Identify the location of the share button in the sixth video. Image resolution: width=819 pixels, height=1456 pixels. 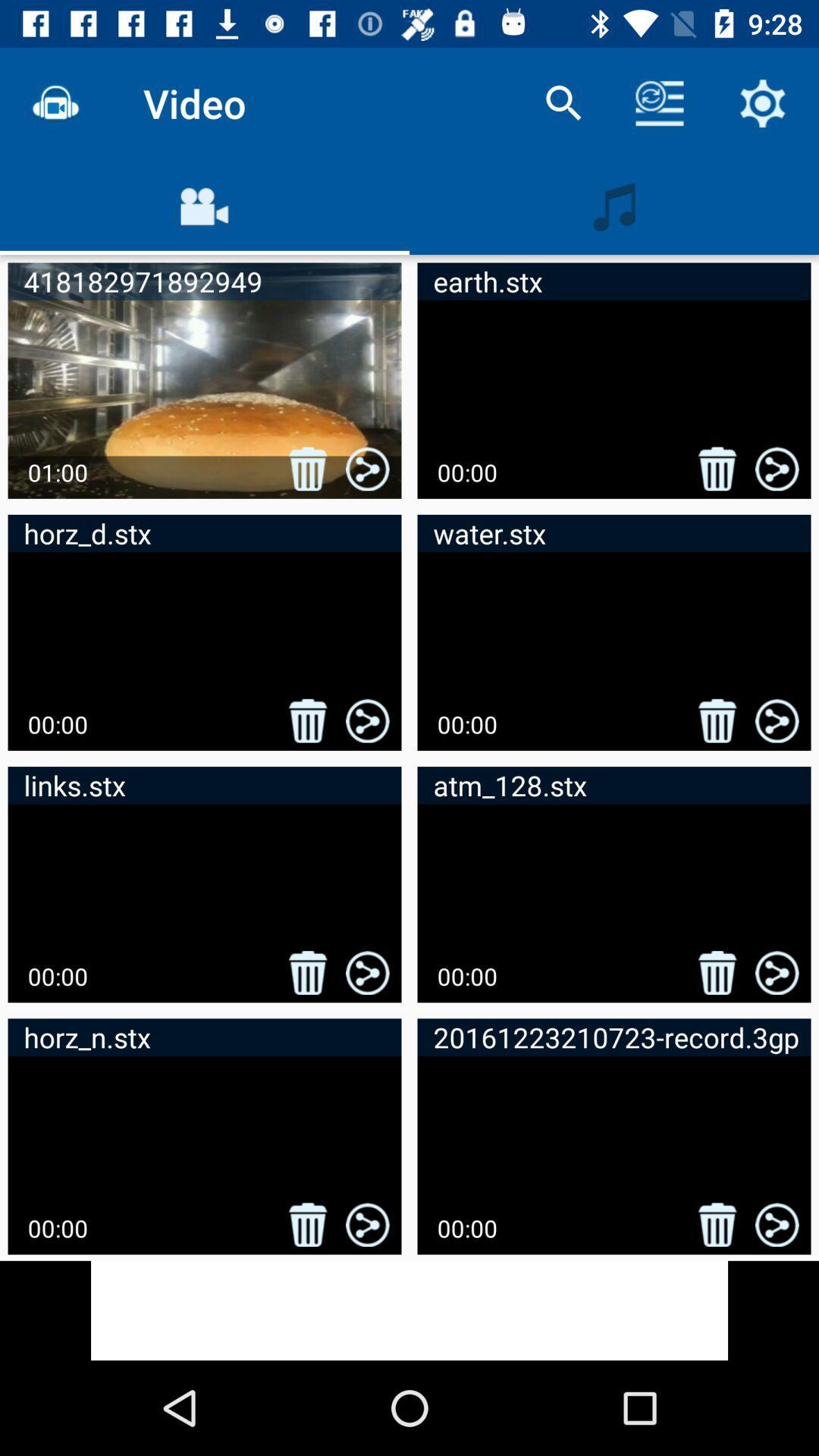
(777, 972).